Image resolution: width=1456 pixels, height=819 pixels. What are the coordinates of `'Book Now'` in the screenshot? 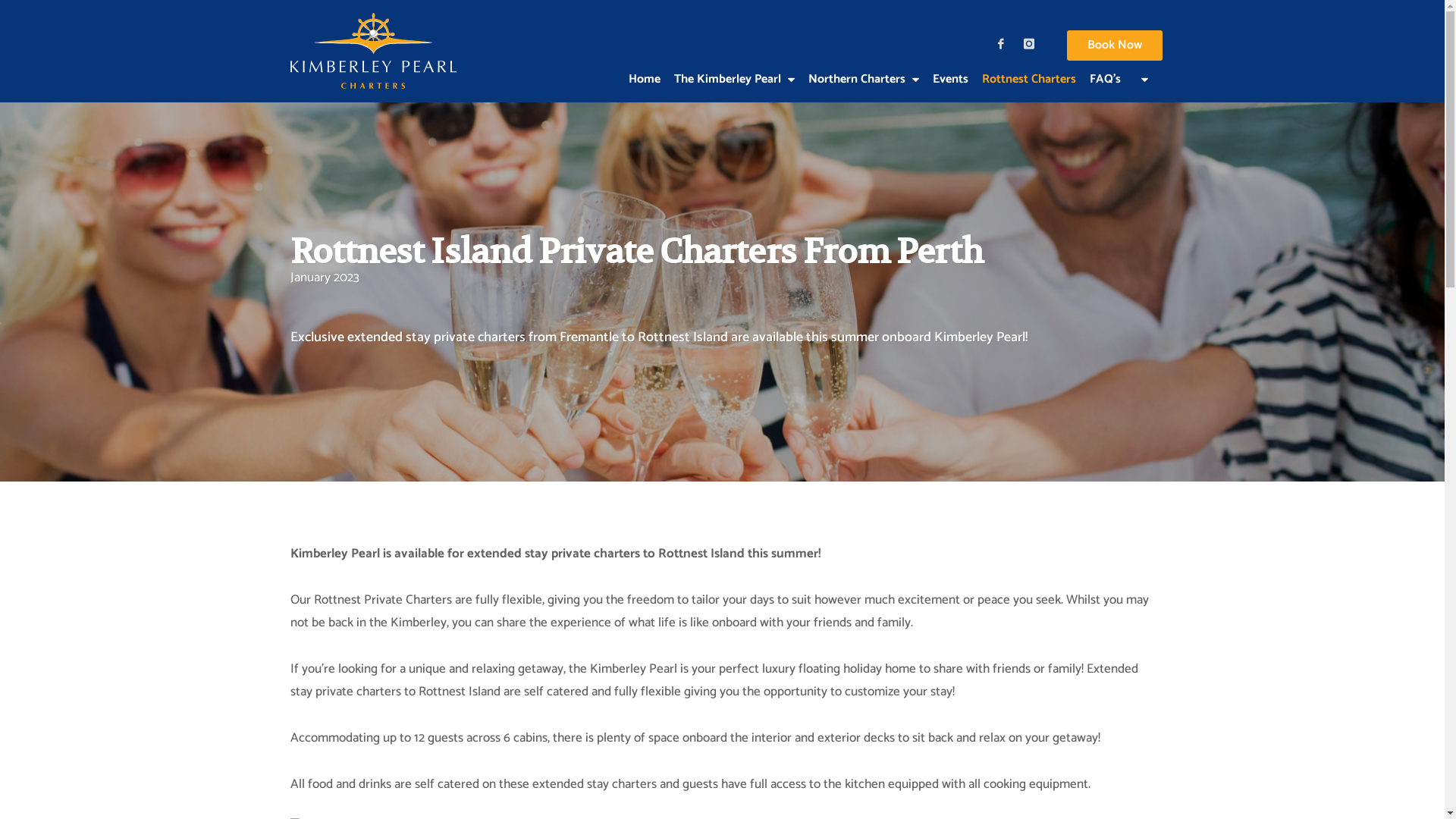 It's located at (1113, 45).